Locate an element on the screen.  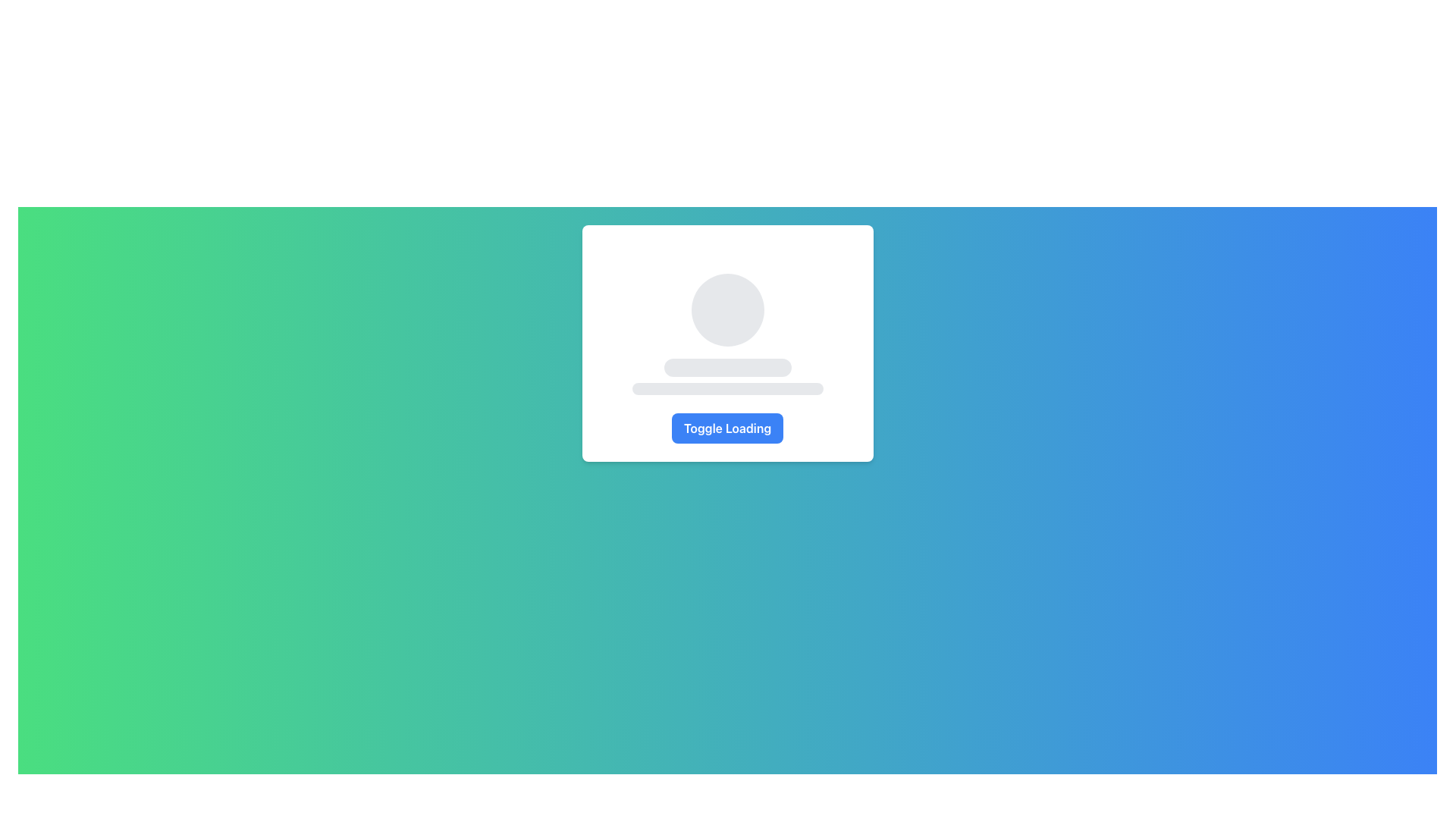
the 'Toggle Loading' button, which is a horizontally-aligned button with a blue background and white text, to change its background color is located at coordinates (726, 428).